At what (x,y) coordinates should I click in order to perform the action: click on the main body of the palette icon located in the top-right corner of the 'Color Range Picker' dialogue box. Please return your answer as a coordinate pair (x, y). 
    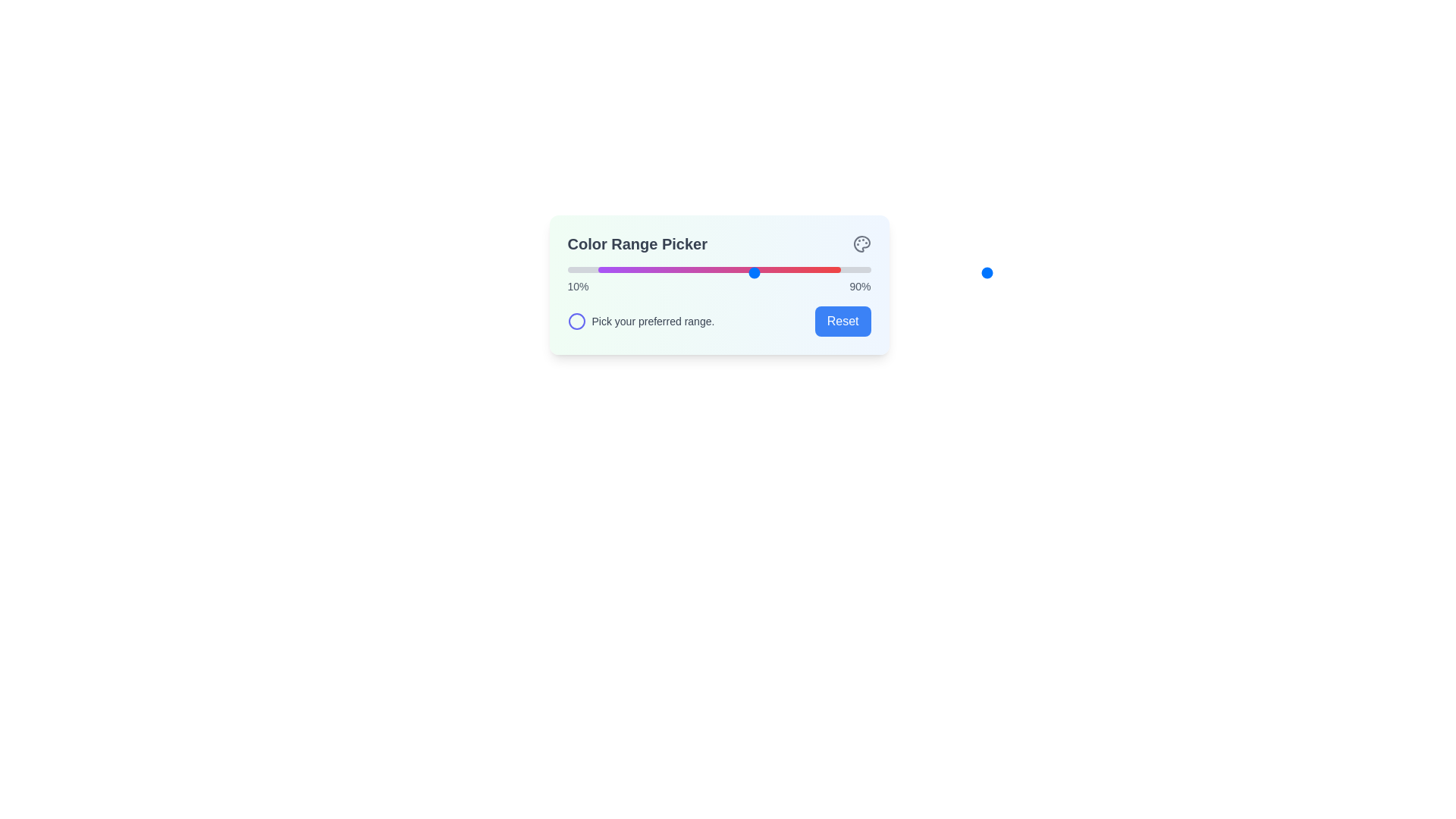
    Looking at the image, I should click on (861, 243).